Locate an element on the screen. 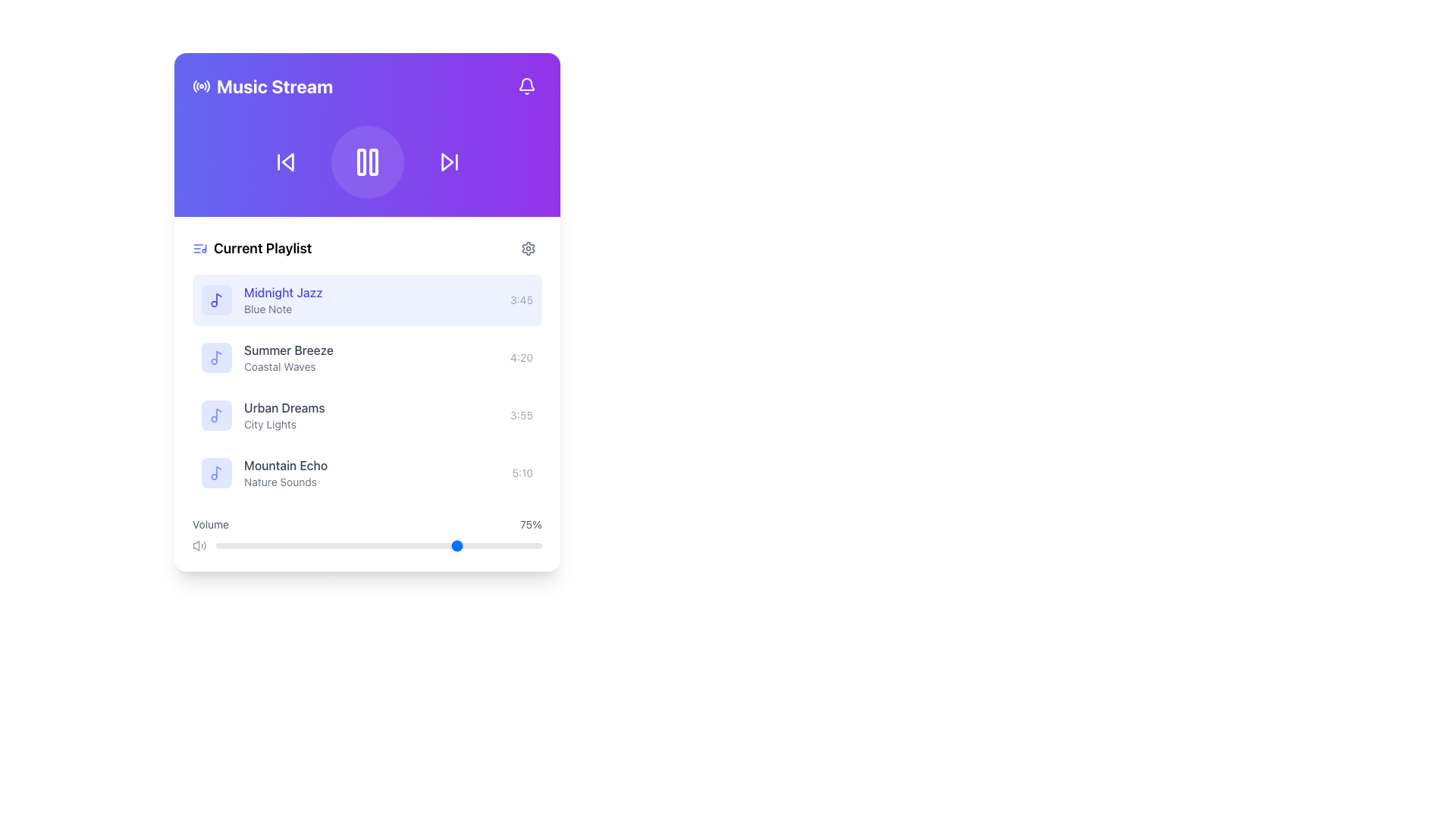 This screenshot has width=1456, height=819. the first interactive list item representing the music track 'Midnight Jazz' for additional options is located at coordinates (367, 300).